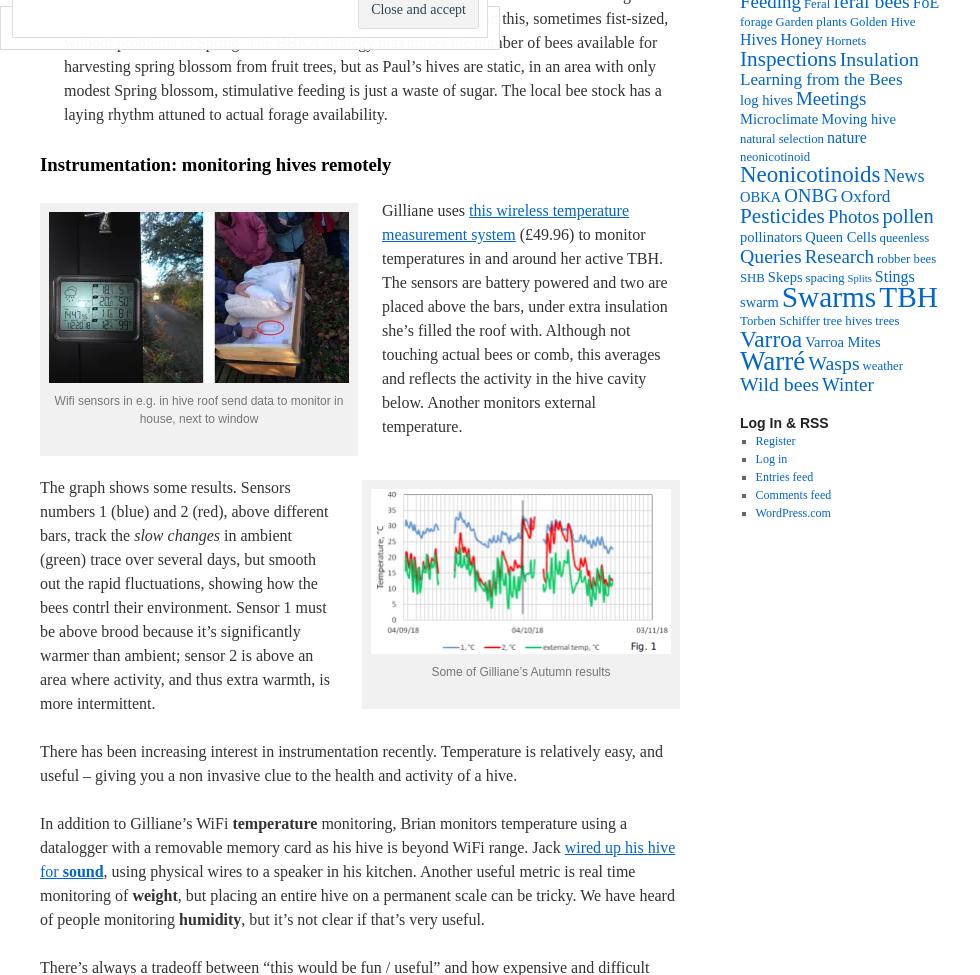 This screenshot has height=975, width=980. I want to click on 'Wild bees', so click(779, 382).